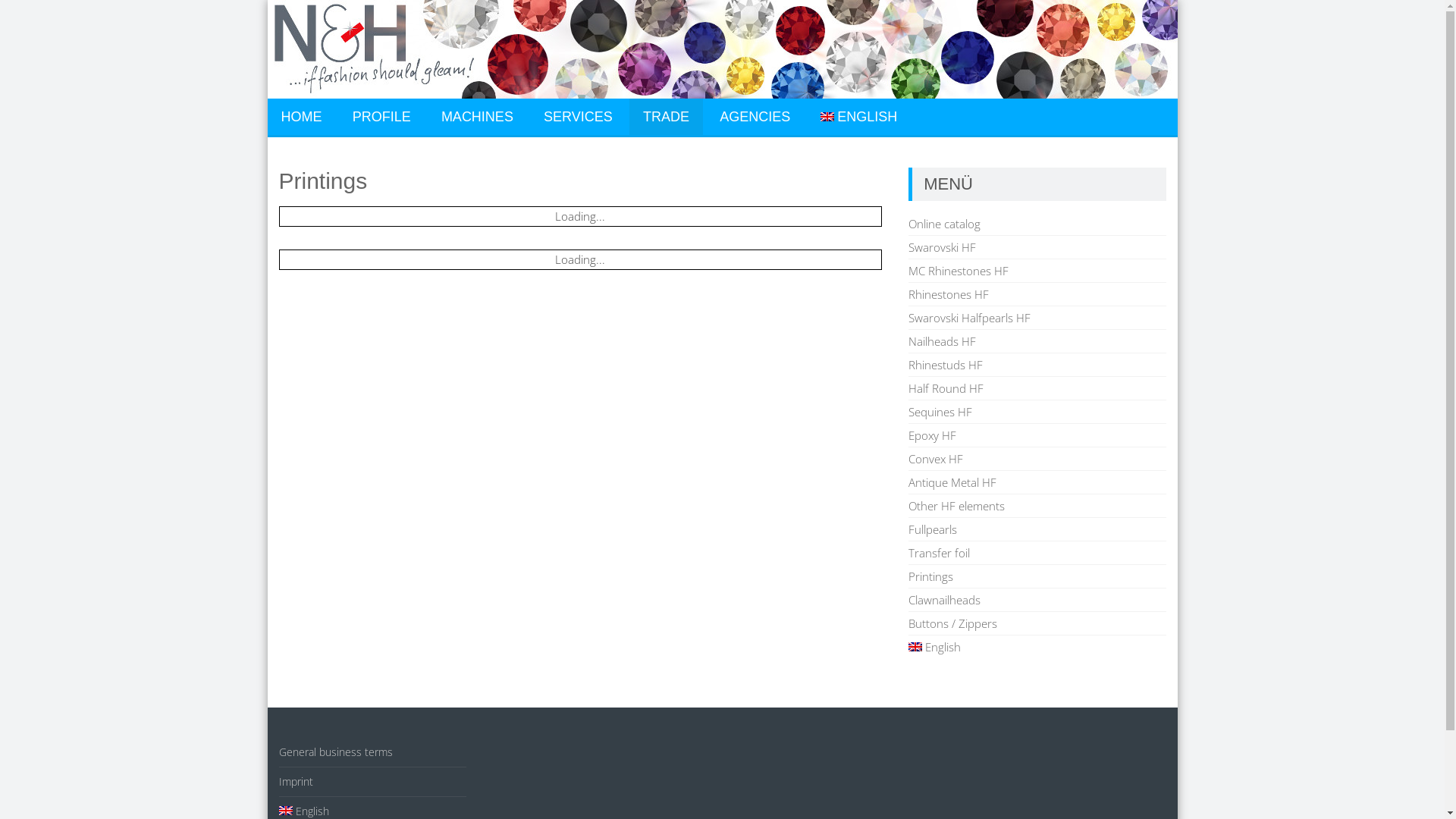 This screenshot has height=819, width=1456. I want to click on 'English', so click(934, 646).